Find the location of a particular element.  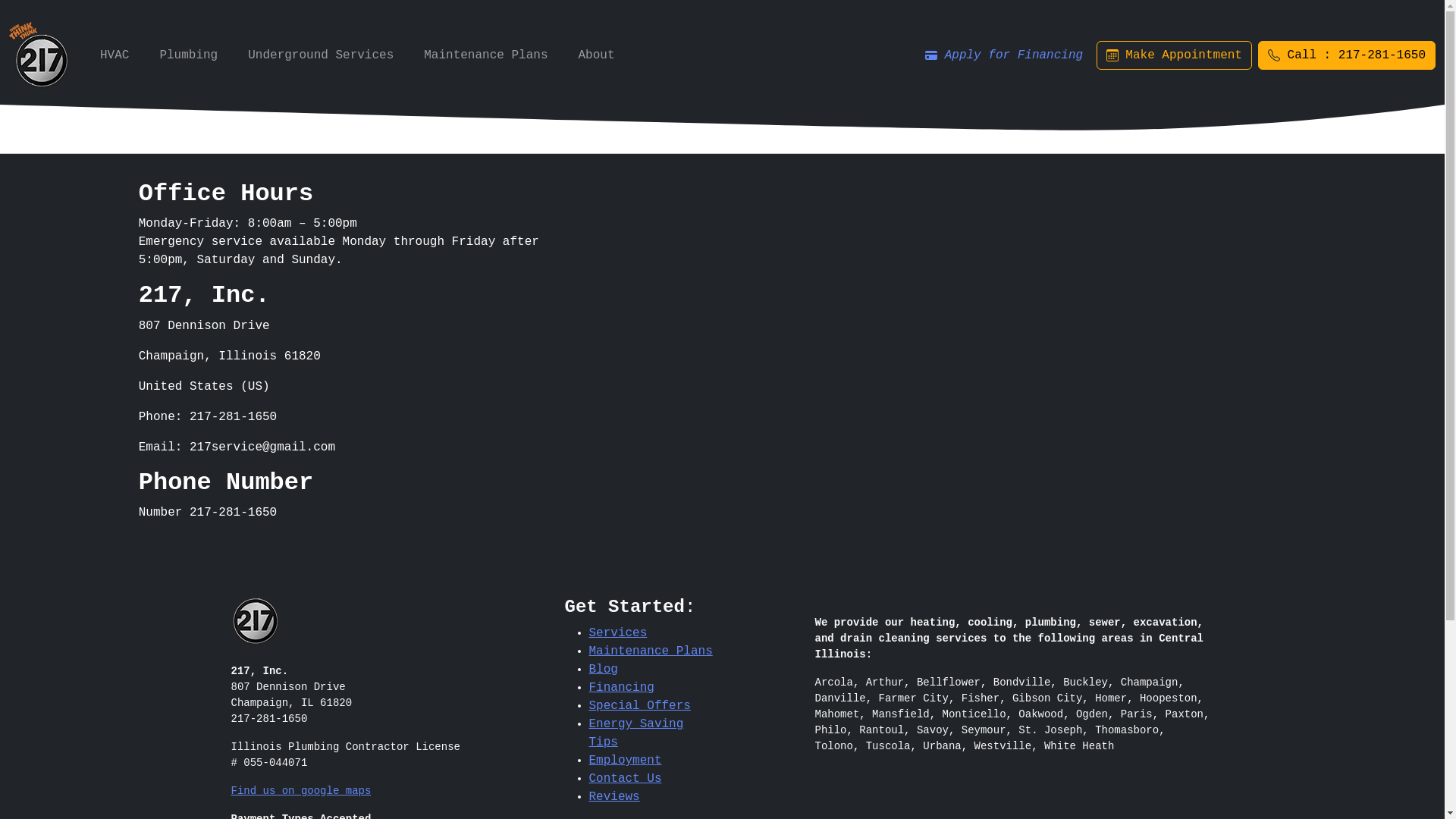

'Maintenance Plans' is located at coordinates (485, 55).